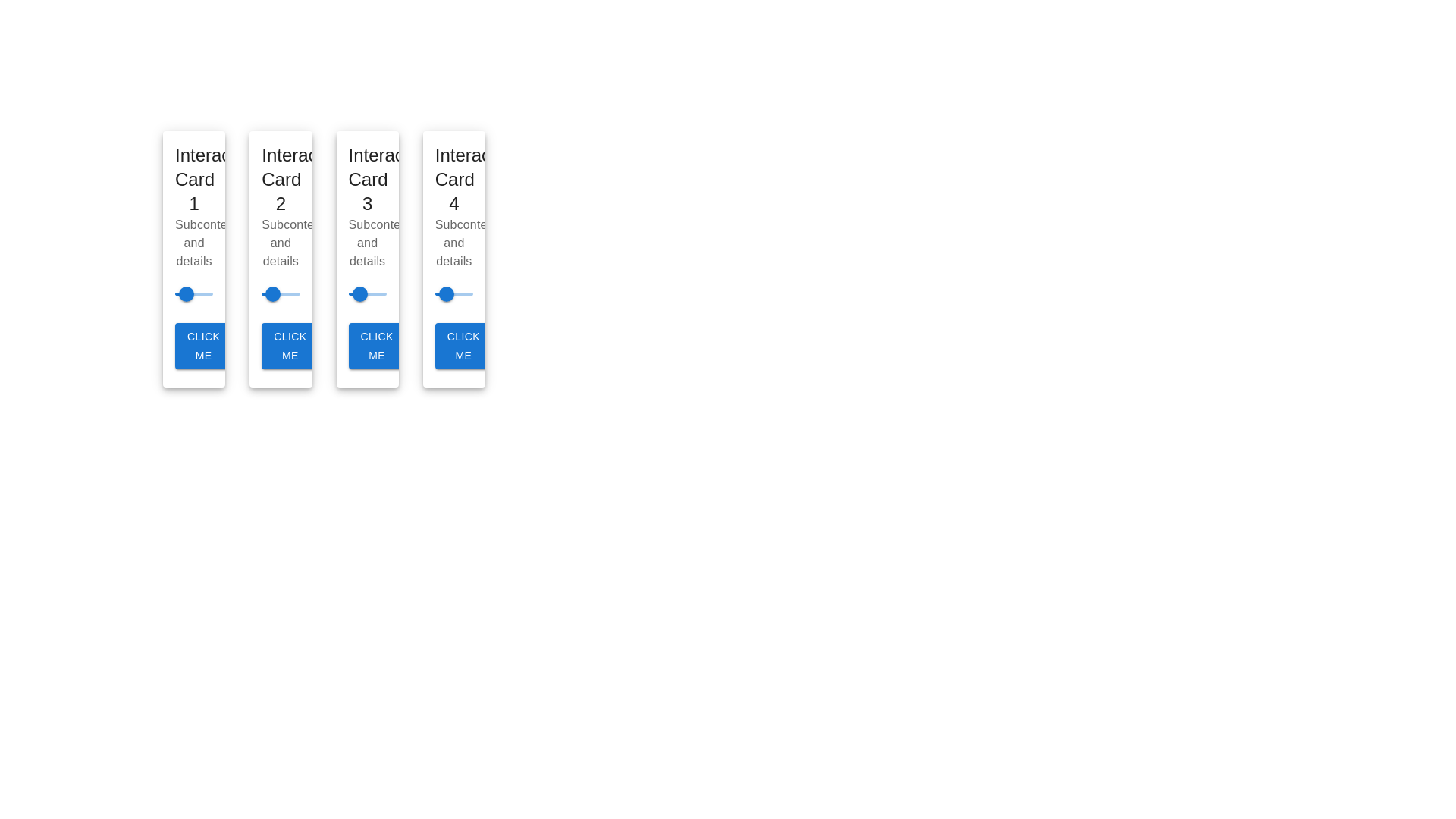  What do you see at coordinates (331, 294) in the screenshot?
I see `the slider value` at bounding box center [331, 294].